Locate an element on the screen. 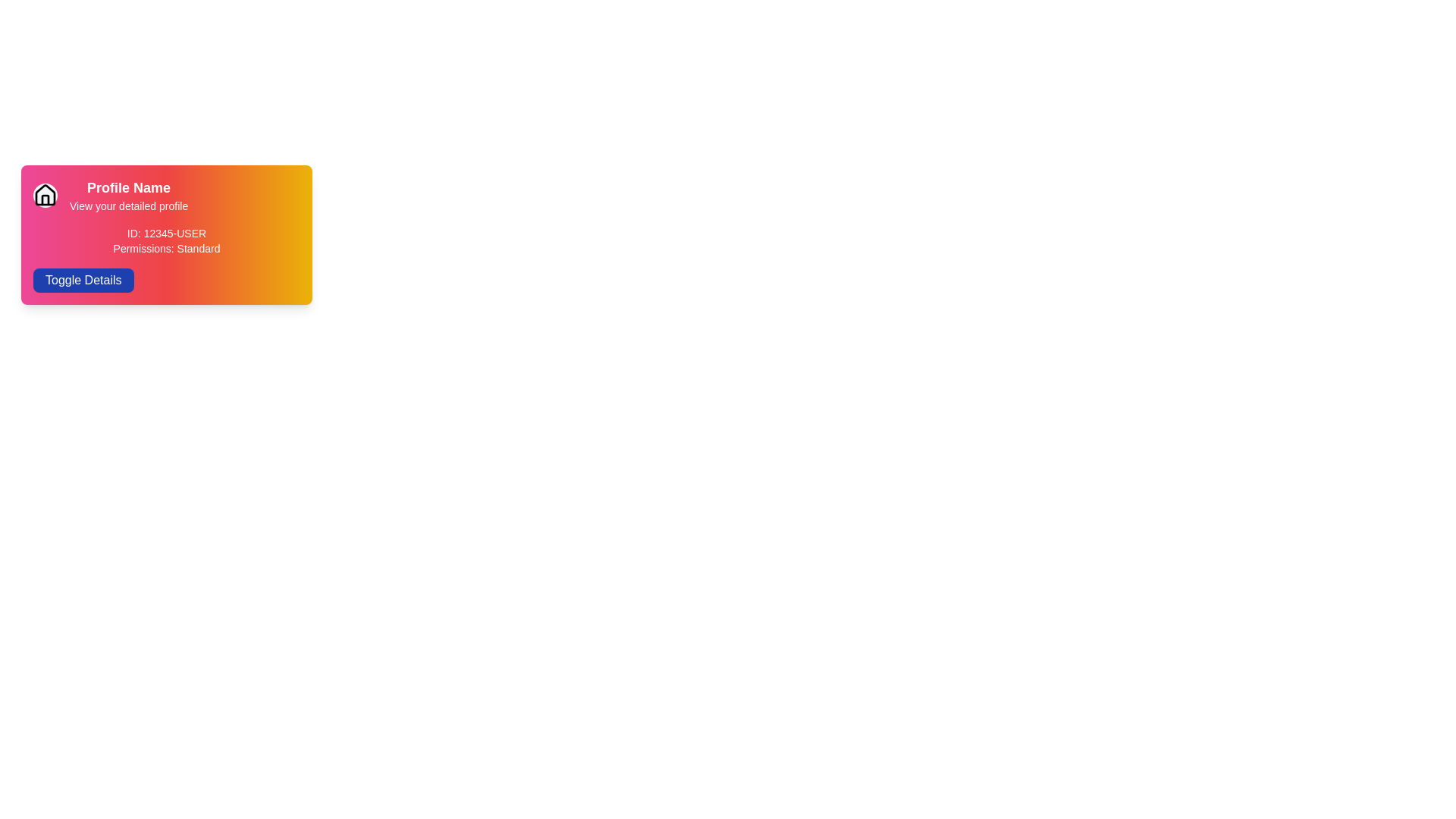  the non-interactive Label providing context or instructions about the user's profile, located beneath the 'Profile Name' text in the pink-to-orange gradient section is located at coordinates (129, 206).